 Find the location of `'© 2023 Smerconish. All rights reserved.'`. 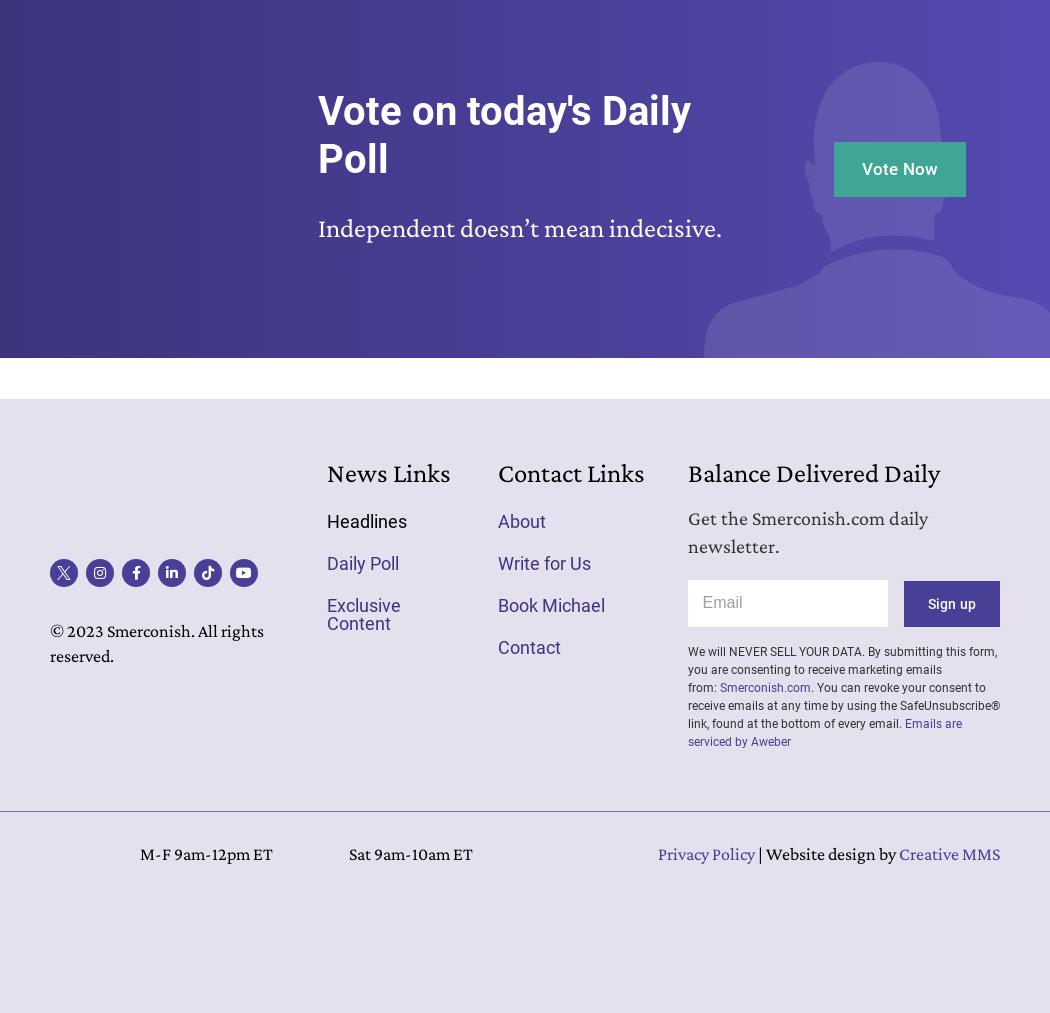

'© 2023 Smerconish. All rights reserved.' is located at coordinates (156, 642).